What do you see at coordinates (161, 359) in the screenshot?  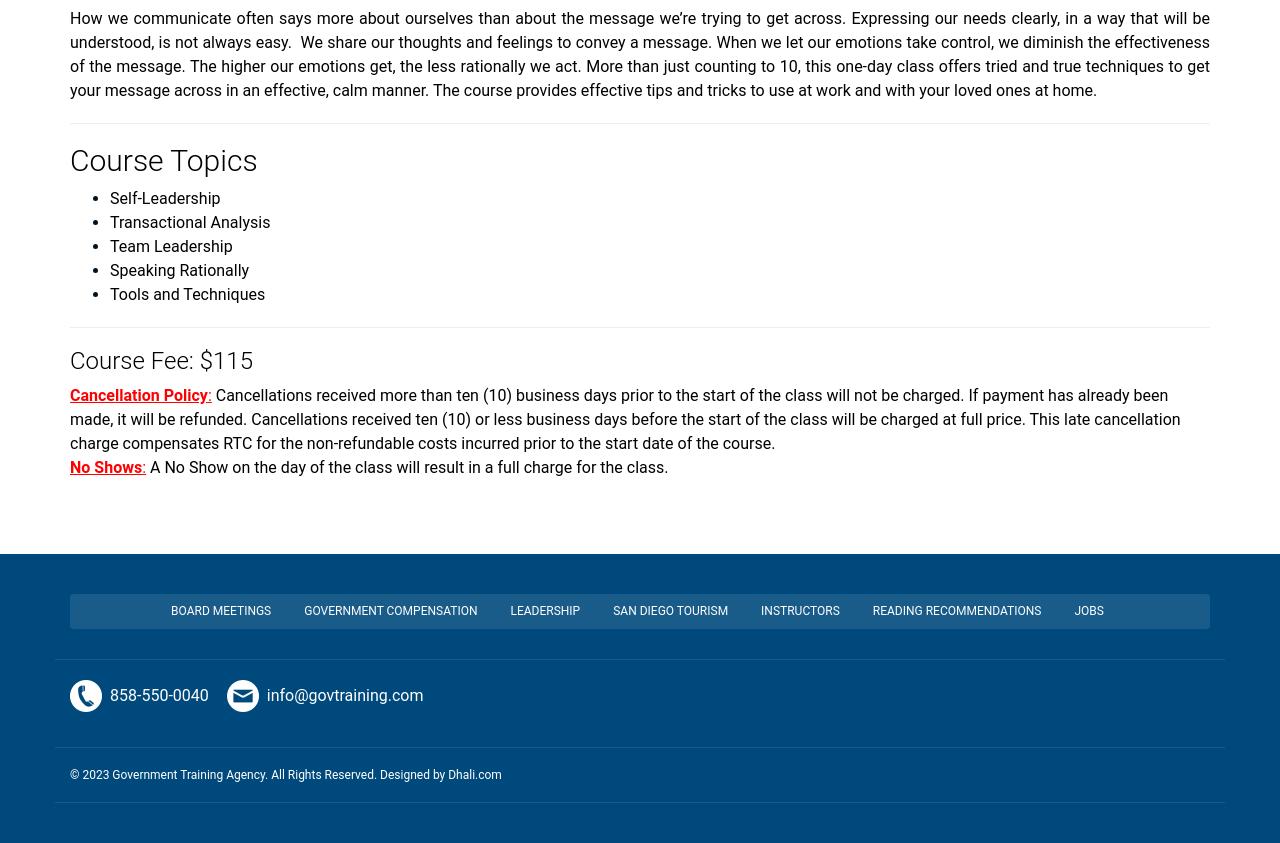 I see `'Course Fee: $115'` at bounding box center [161, 359].